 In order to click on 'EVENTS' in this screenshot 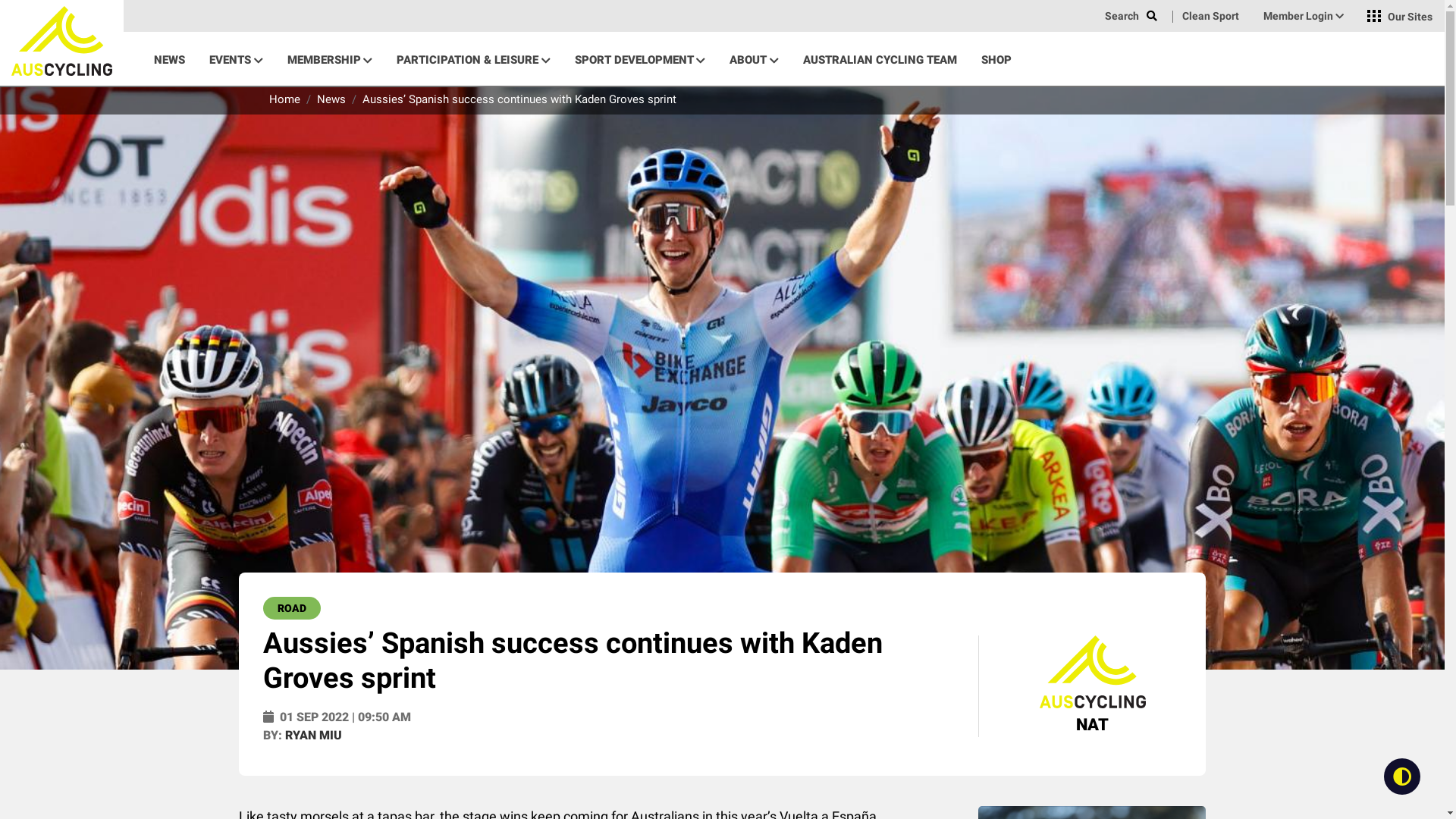, I will do `click(235, 58)`.